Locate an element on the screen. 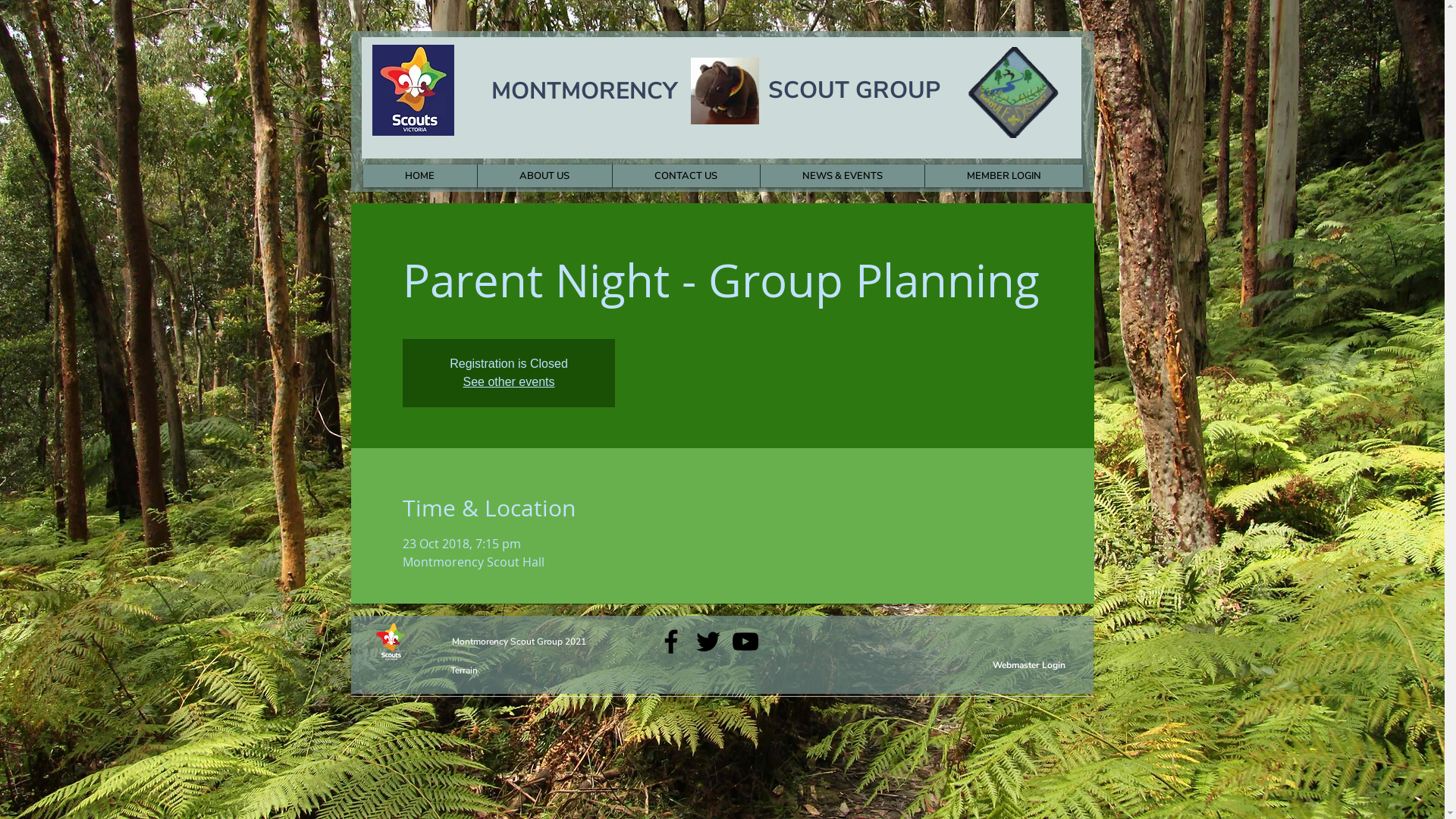 This screenshot has height=819, width=1456. 'See other events' is located at coordinates (509, 381).